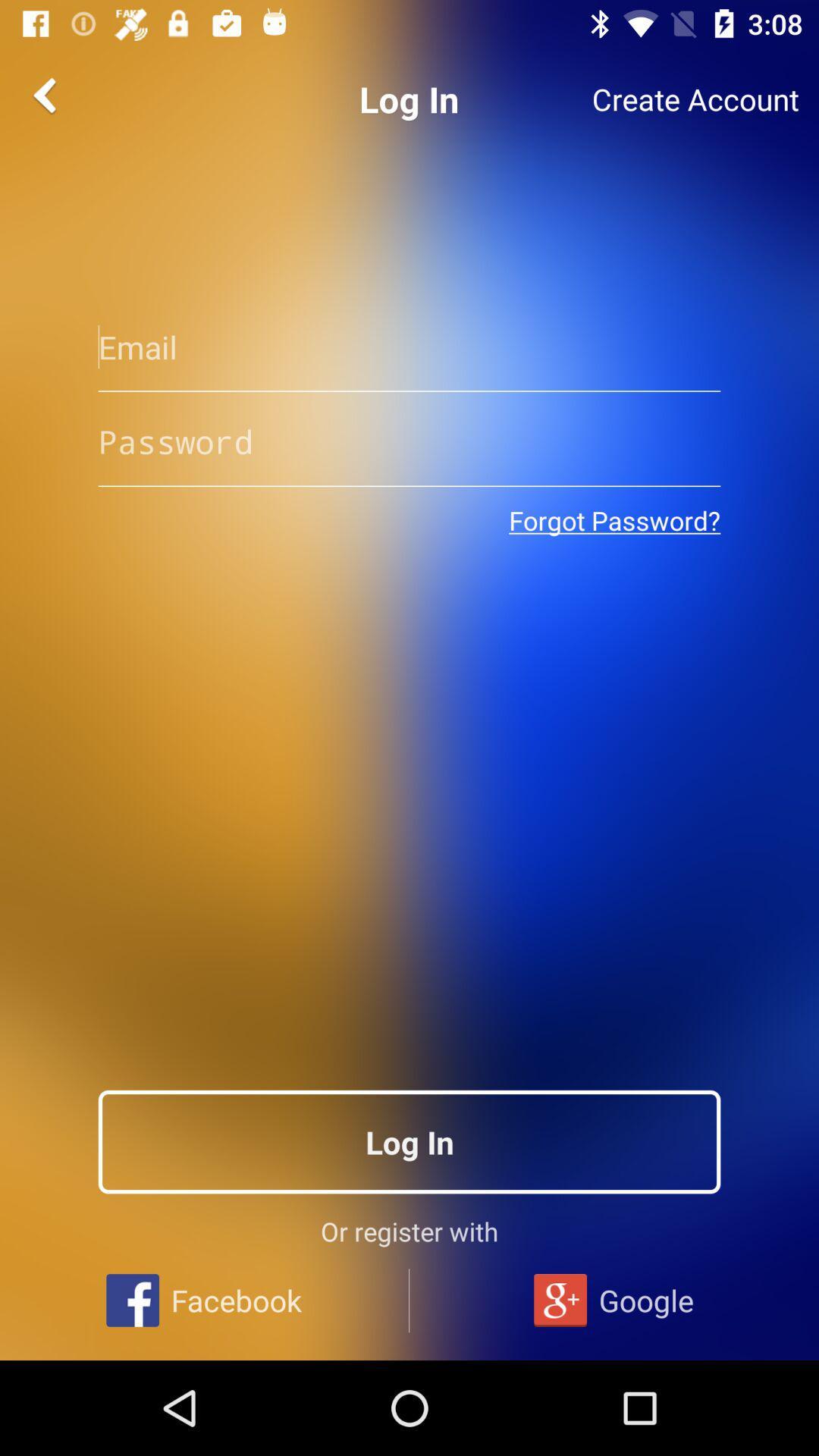 The height and width of the screenshot is (1456, 819). What do you see at coordinates (695, 99) in the screenshot?
I see `the create account item` at bounding box center [695, 99].